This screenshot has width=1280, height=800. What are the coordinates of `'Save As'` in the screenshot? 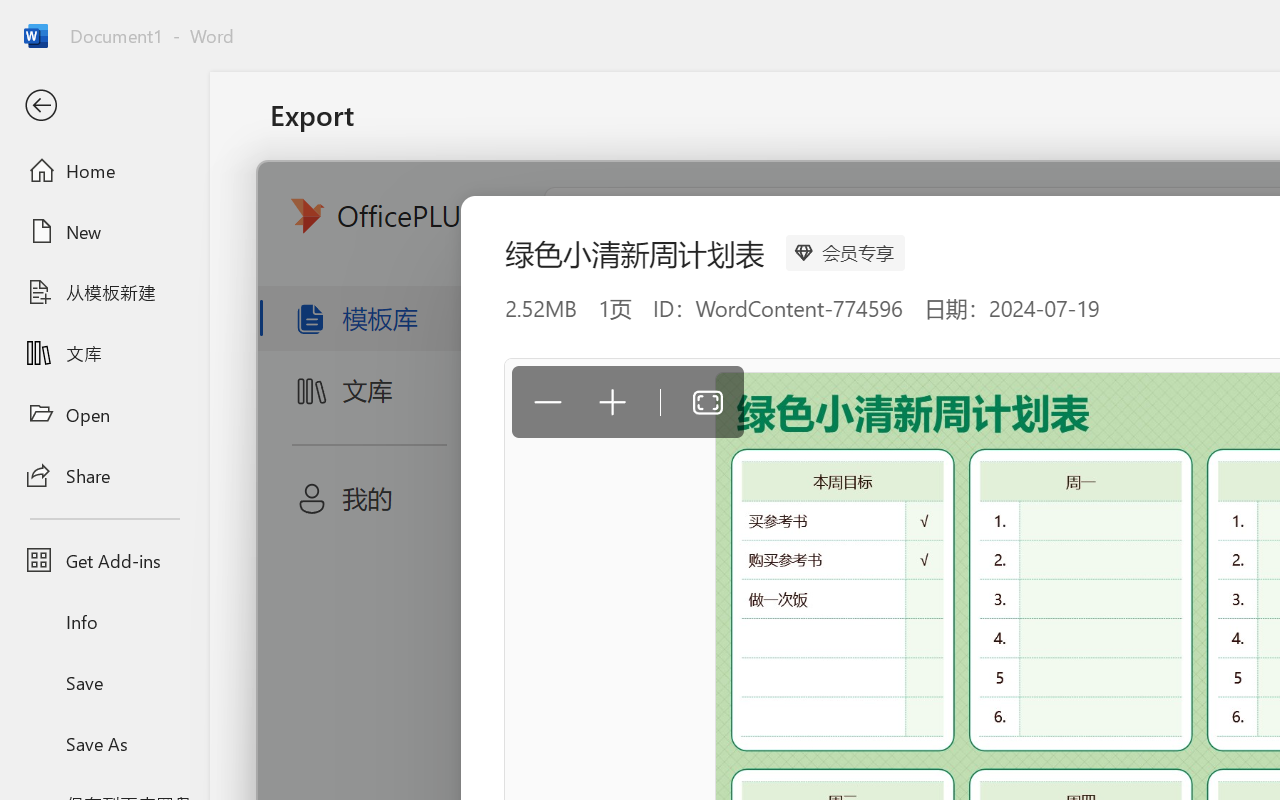 It's located at (103, 743).